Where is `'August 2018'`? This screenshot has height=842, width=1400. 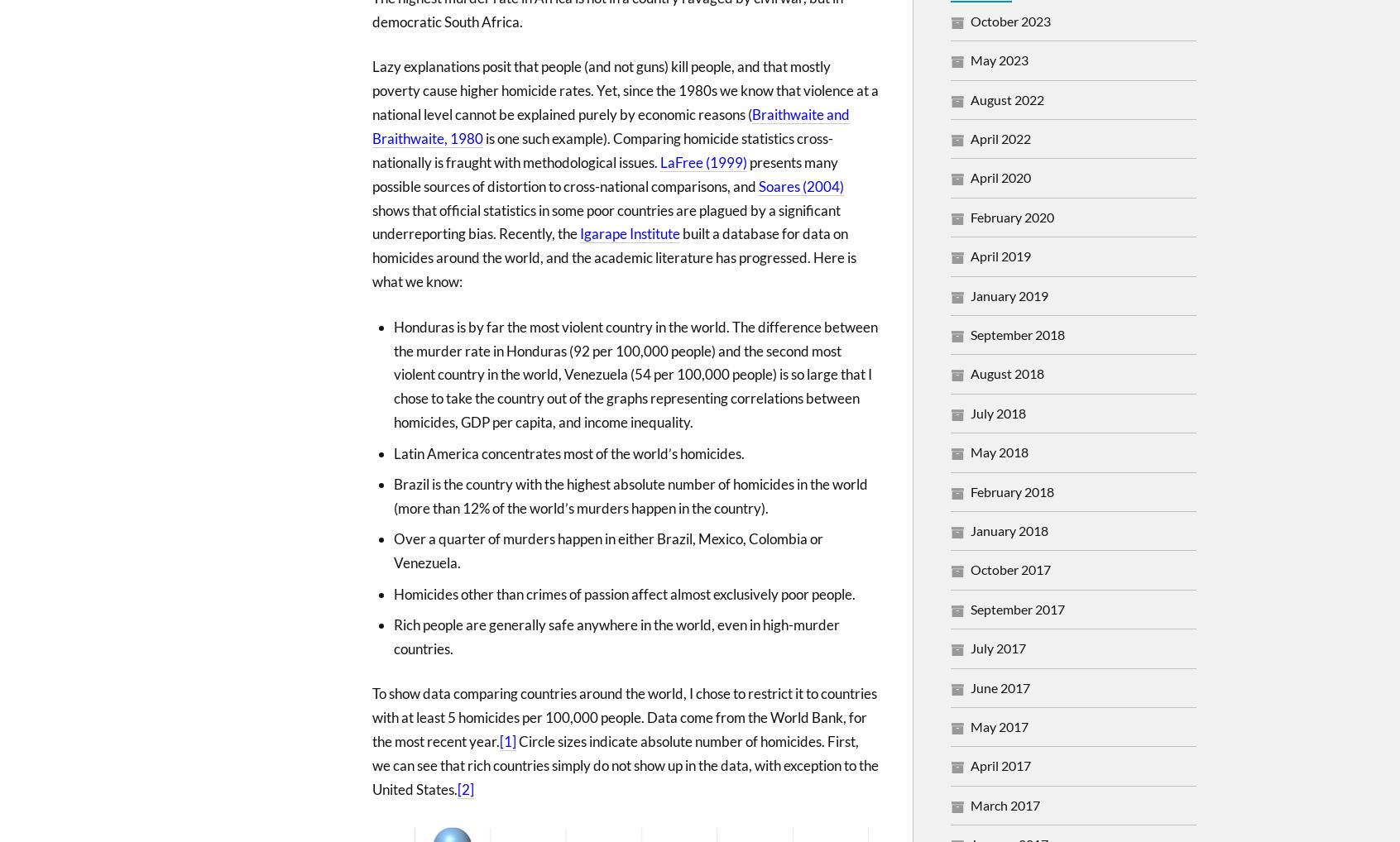
'August 2018' is located at coordinates (1007, 372).